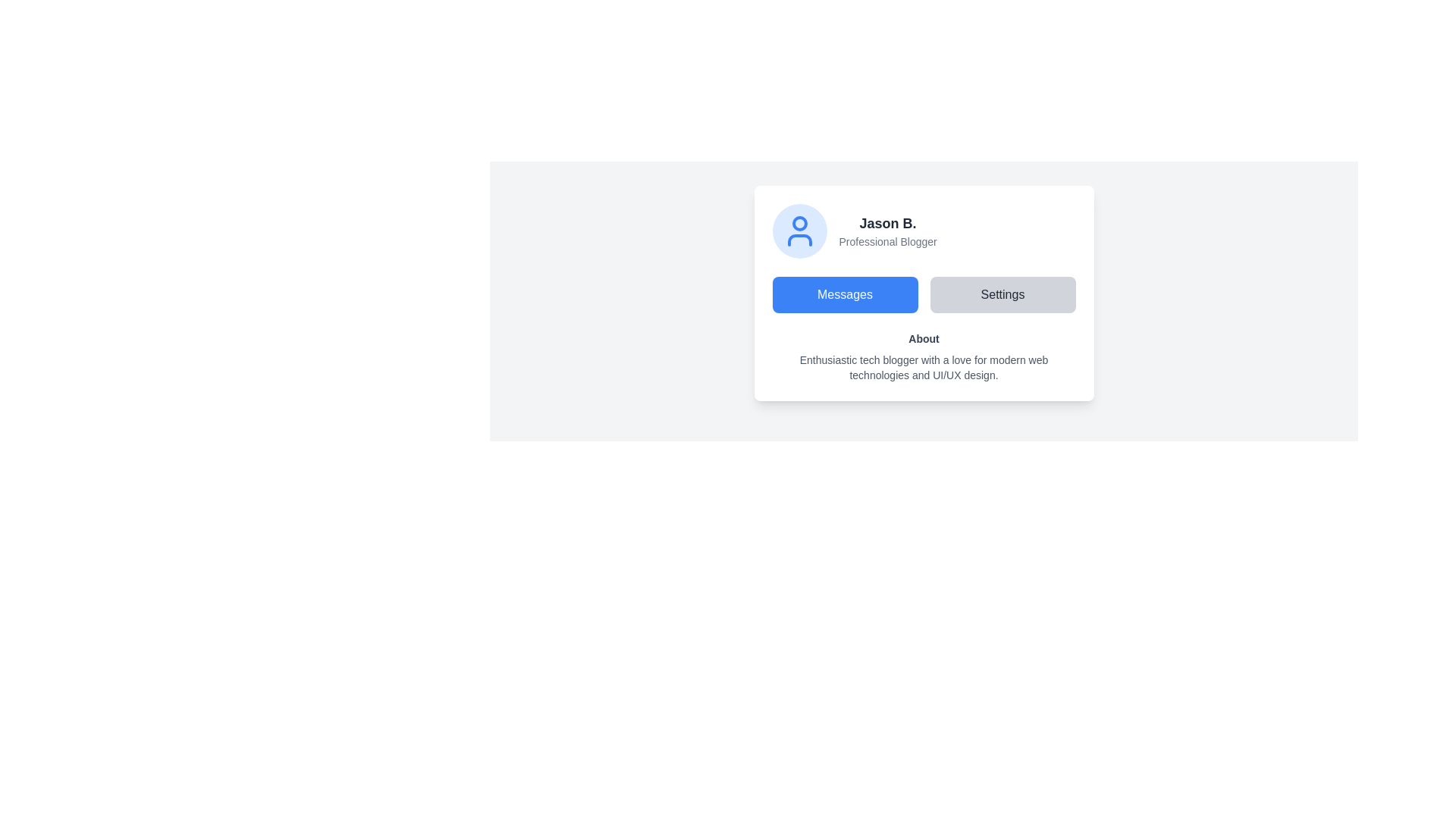  I want to click on the user profile icon located at the center of the prominent rectangular card layout, positioned above the 'Jason B.' label and user description, so click(799, 231).